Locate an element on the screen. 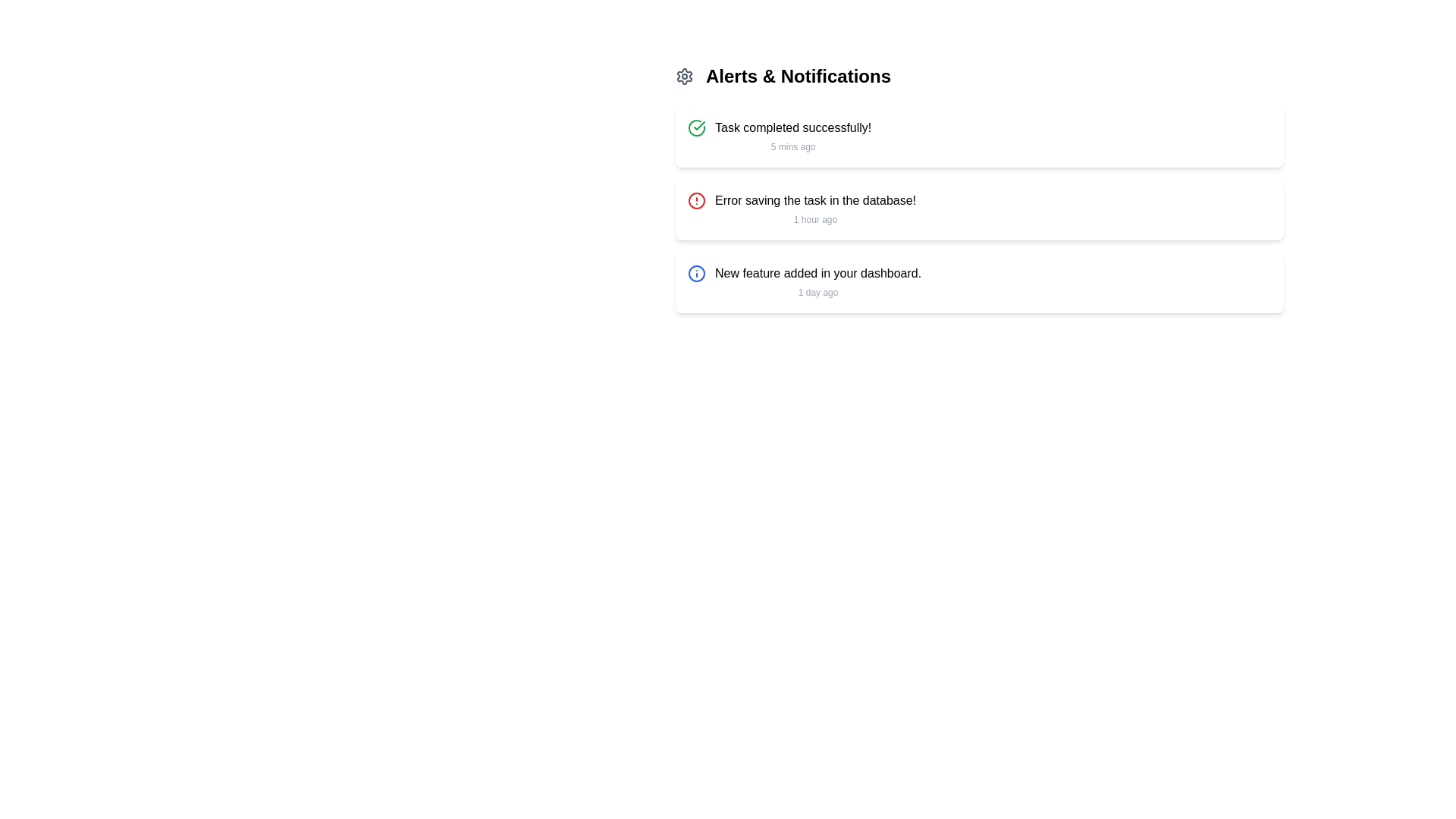 The width and height of the screenshot is (1456, 819). the static text label that displays the error message 'Error saving the task in the database!' located in the second notification card, adjacent to the time indicator '1 hour ago' is located at coordinates (814, 200).